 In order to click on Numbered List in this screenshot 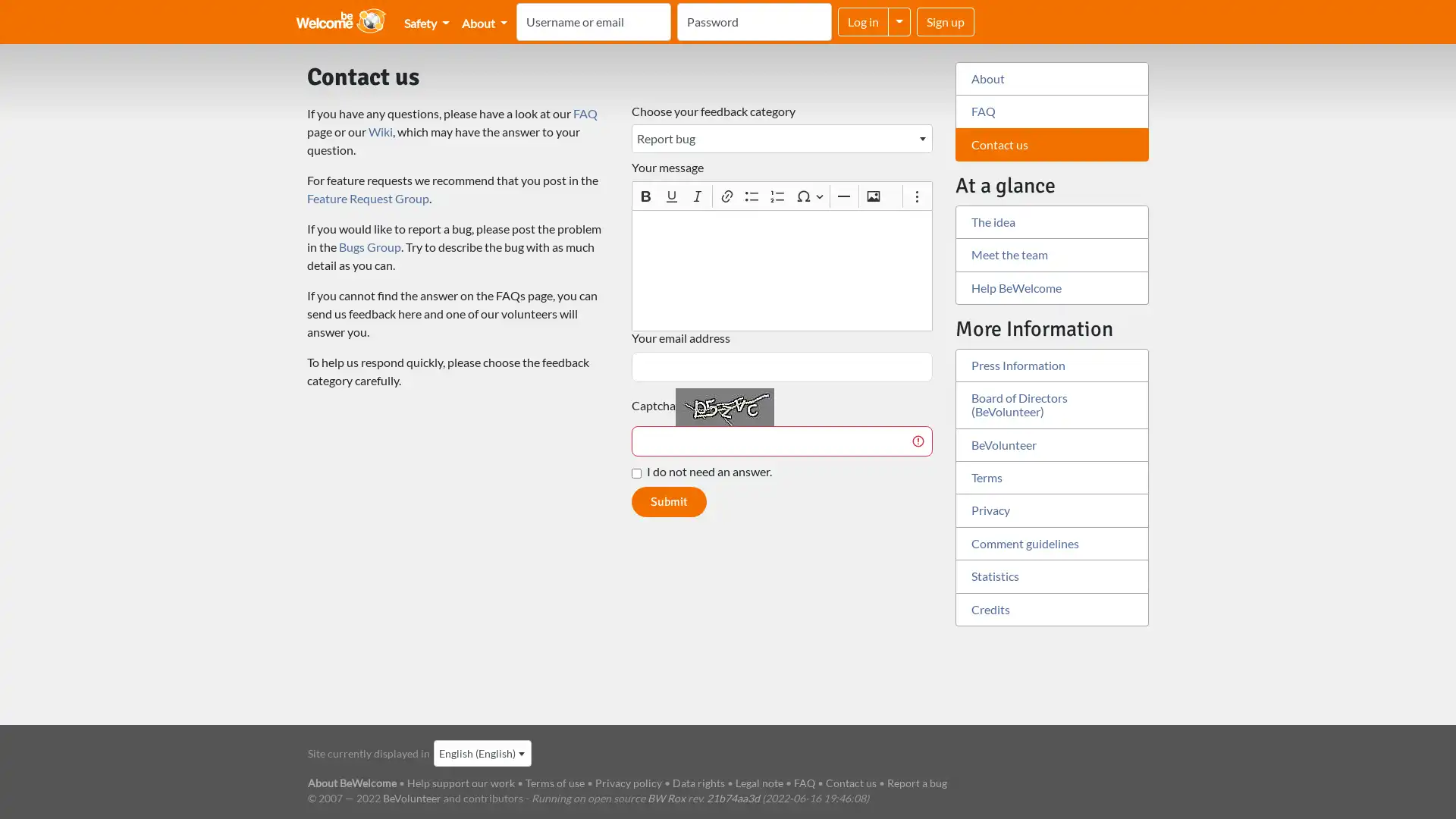, I will do `click(778, 195)`.